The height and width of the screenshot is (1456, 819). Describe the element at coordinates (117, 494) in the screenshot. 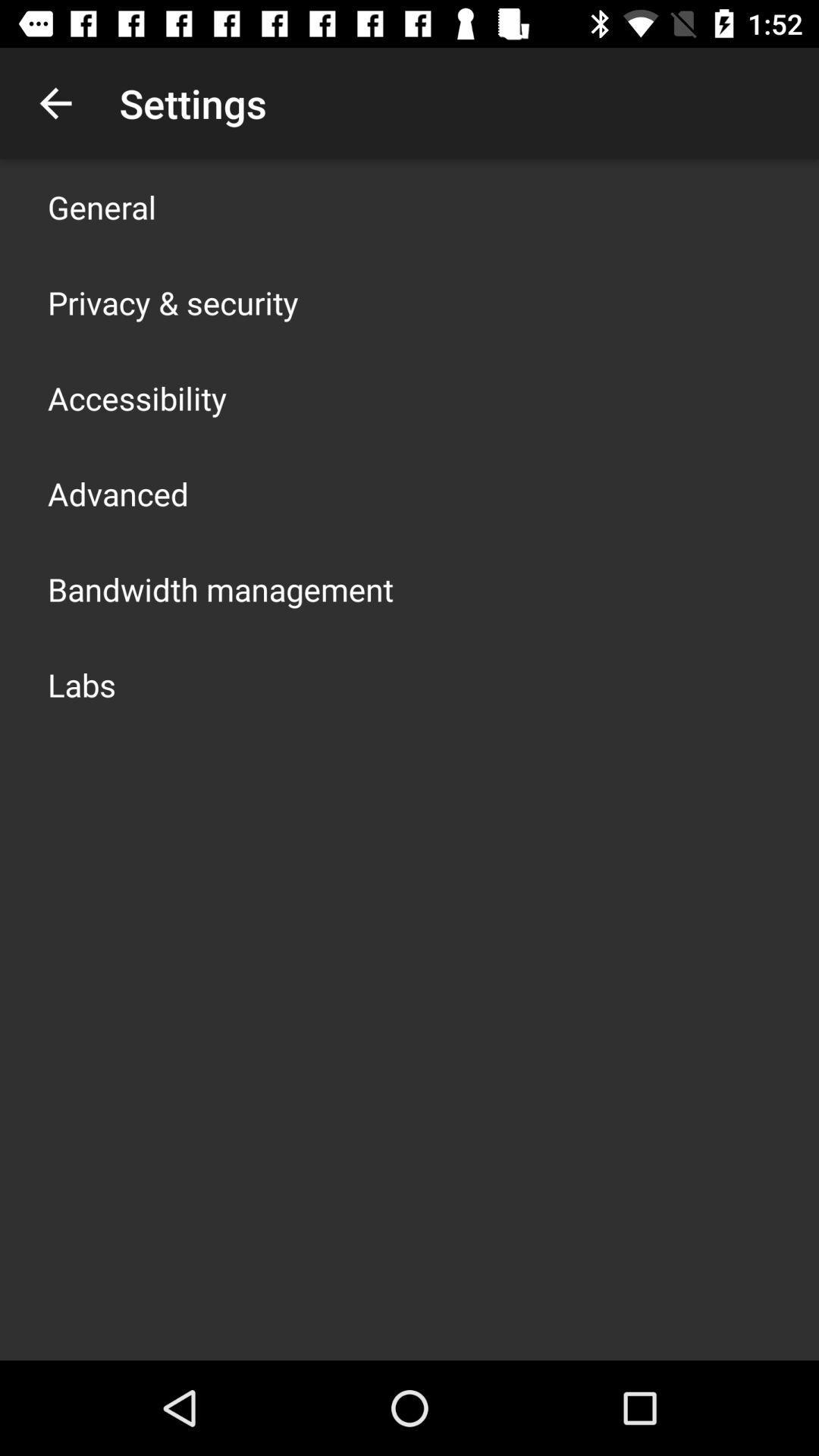

I see `advanced` at that location.